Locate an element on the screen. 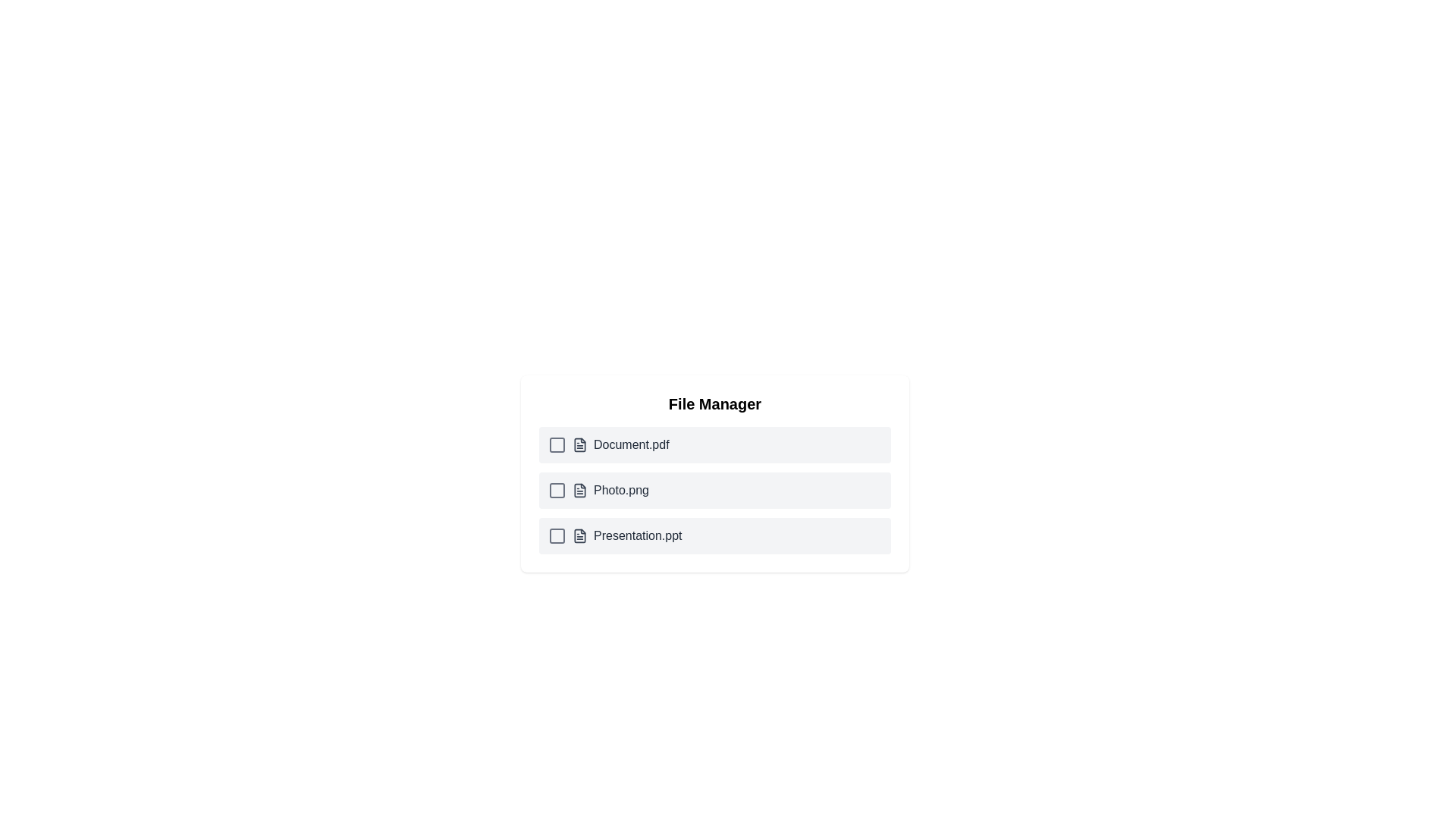 The width and height of the screenshot is (1456, 819). the square outline icon styled in a minimalistic design with a gray border, located to the far left within the horizontal group of elements associated with the 'Presentation.ppt' row in a file manager interface is located at coordinates (556, 535).